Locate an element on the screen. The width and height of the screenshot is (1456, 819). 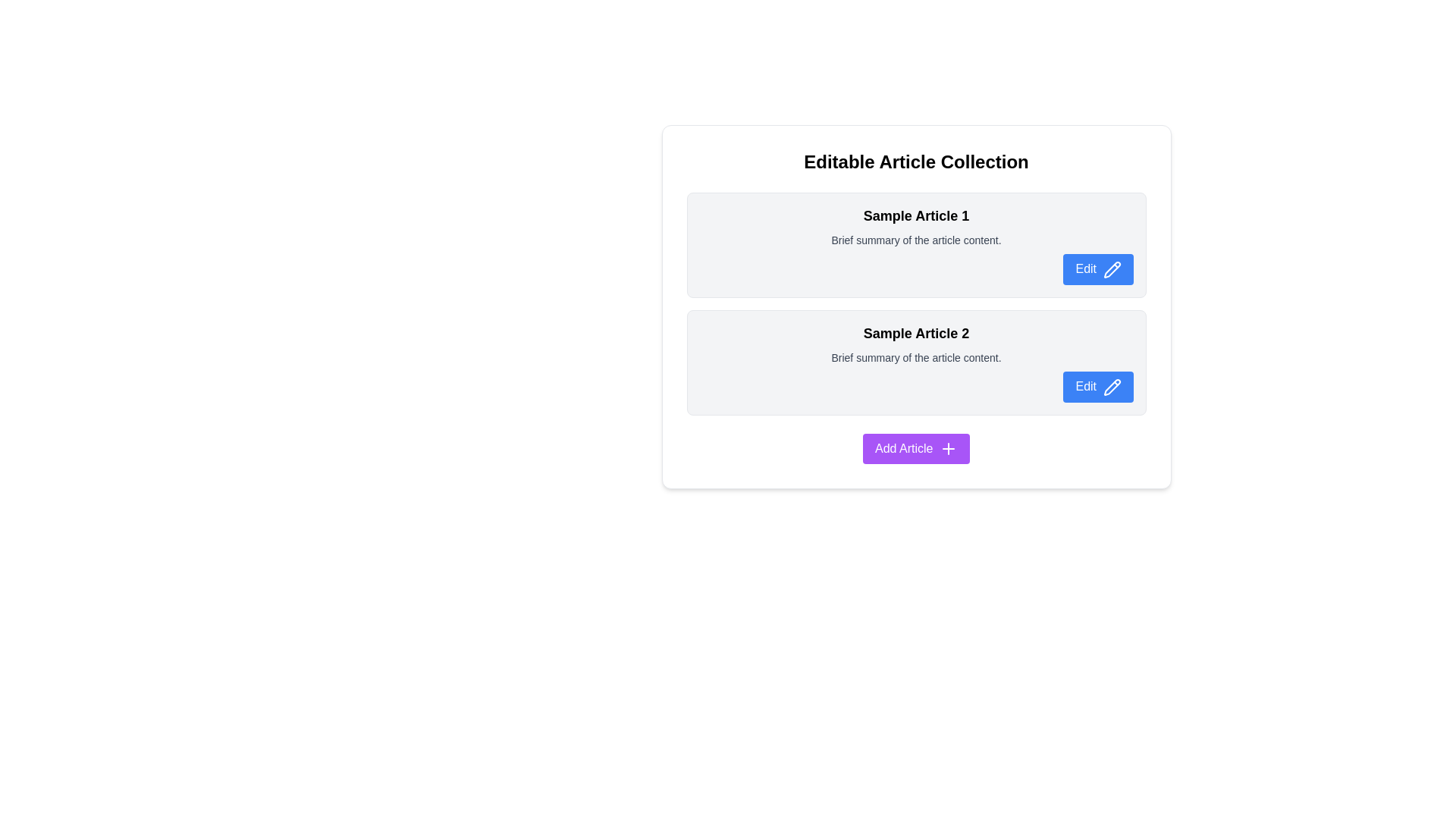
the 'Edit' button with a pencil icon on the right side, located in the bottom-right corner of the 'Sample Article 2' section, to observe its color change effect is located at coordinates (1098, 386).